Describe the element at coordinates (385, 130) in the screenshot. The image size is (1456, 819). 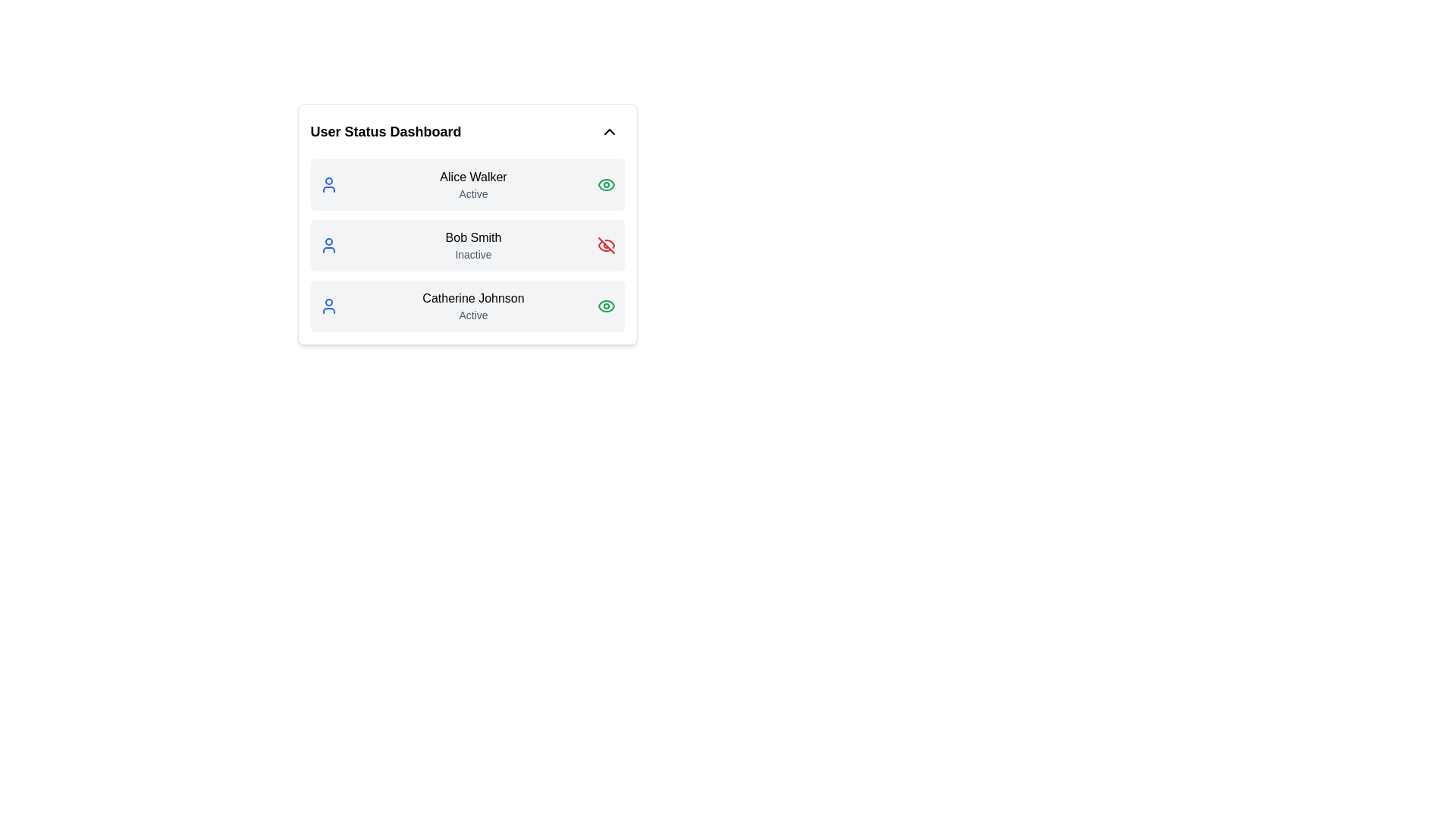
I see `the prominent 'User Status Dashboard' text label located at the top of the UI, which is the first element among its siblings` at that location.